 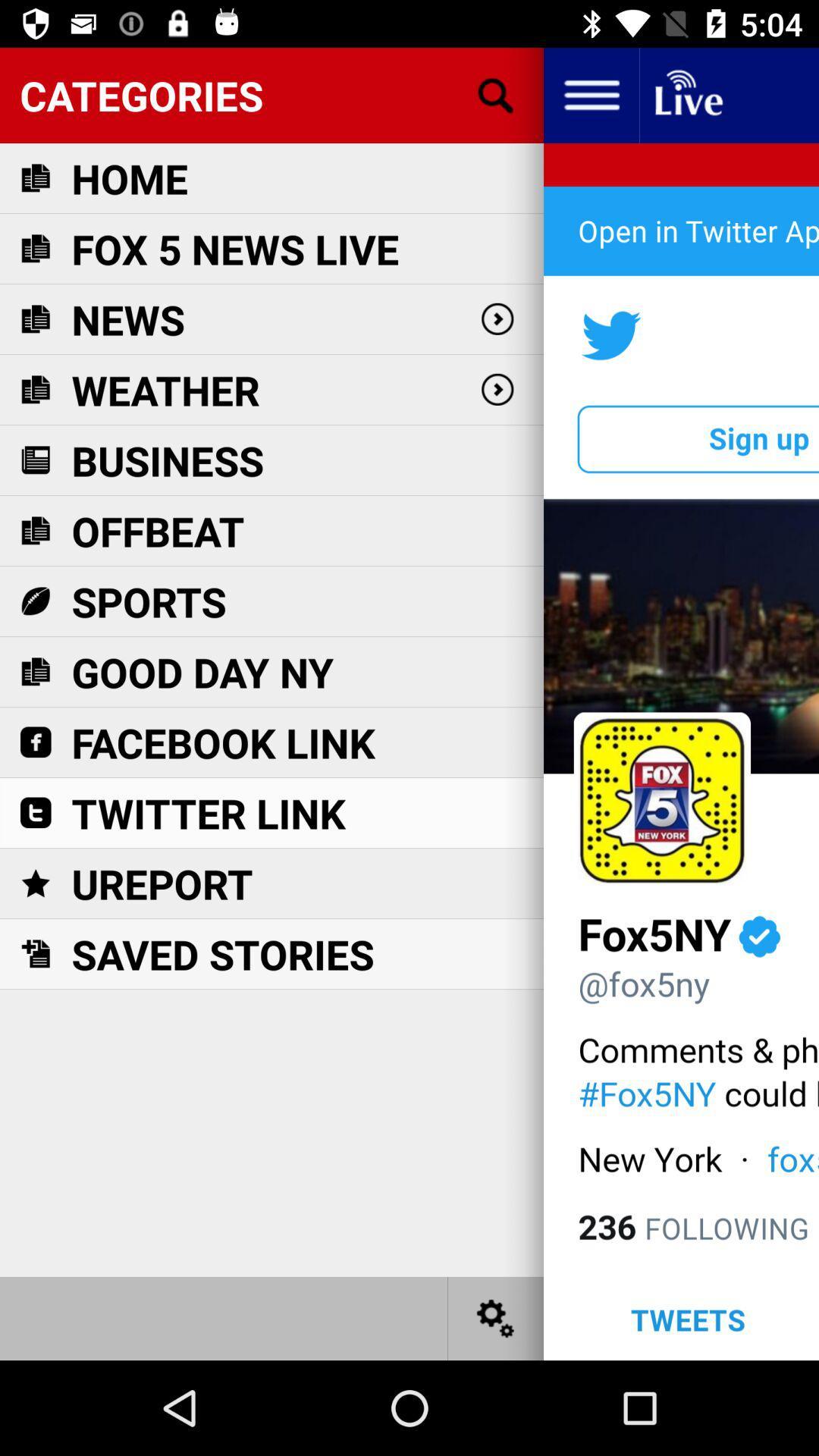 I want to click on change settings, so click(x=496, y=1317).